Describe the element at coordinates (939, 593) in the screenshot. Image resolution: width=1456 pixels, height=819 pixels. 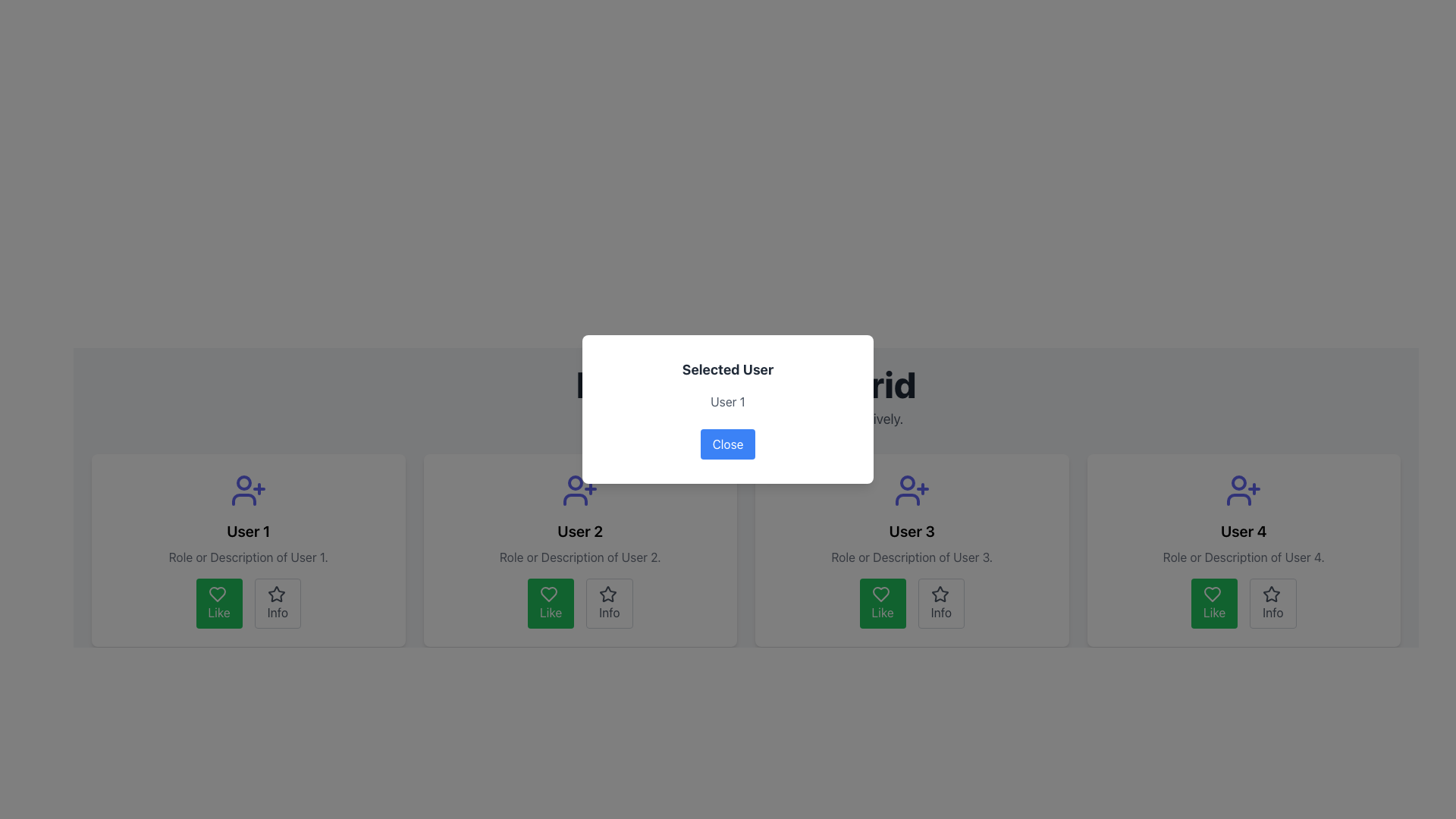
I see `the star-shaped icon with a hollow center located within the 'Info' button below the card for 'User 3' to interact with it` at that location.